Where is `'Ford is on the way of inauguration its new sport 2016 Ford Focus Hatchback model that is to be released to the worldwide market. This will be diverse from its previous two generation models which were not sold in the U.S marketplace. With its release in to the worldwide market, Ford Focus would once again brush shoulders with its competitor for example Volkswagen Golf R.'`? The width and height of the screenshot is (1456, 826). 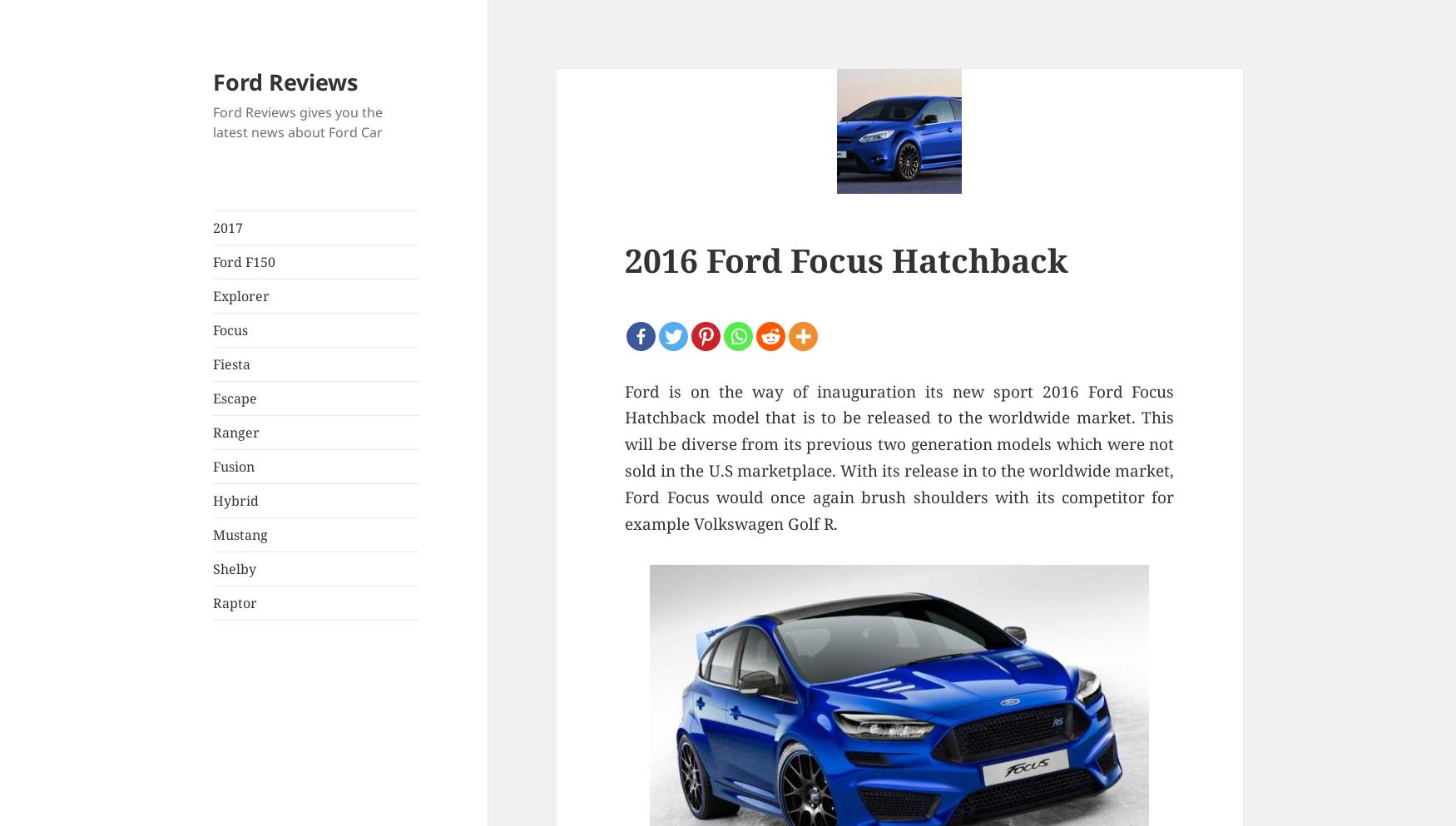 'Ford is on the way of inauguration its new sport 2016 Ford Focus Hatchback model that is to be released to the worldwide market. This will be diverse from its previous two generation models which were not sold in the U.S marketplace. With its release in to the worldwide market, Ford Focus would once again brush shoulders with its competitor for example Volkswagen Golf R.' is located at coordinates (624, 457).